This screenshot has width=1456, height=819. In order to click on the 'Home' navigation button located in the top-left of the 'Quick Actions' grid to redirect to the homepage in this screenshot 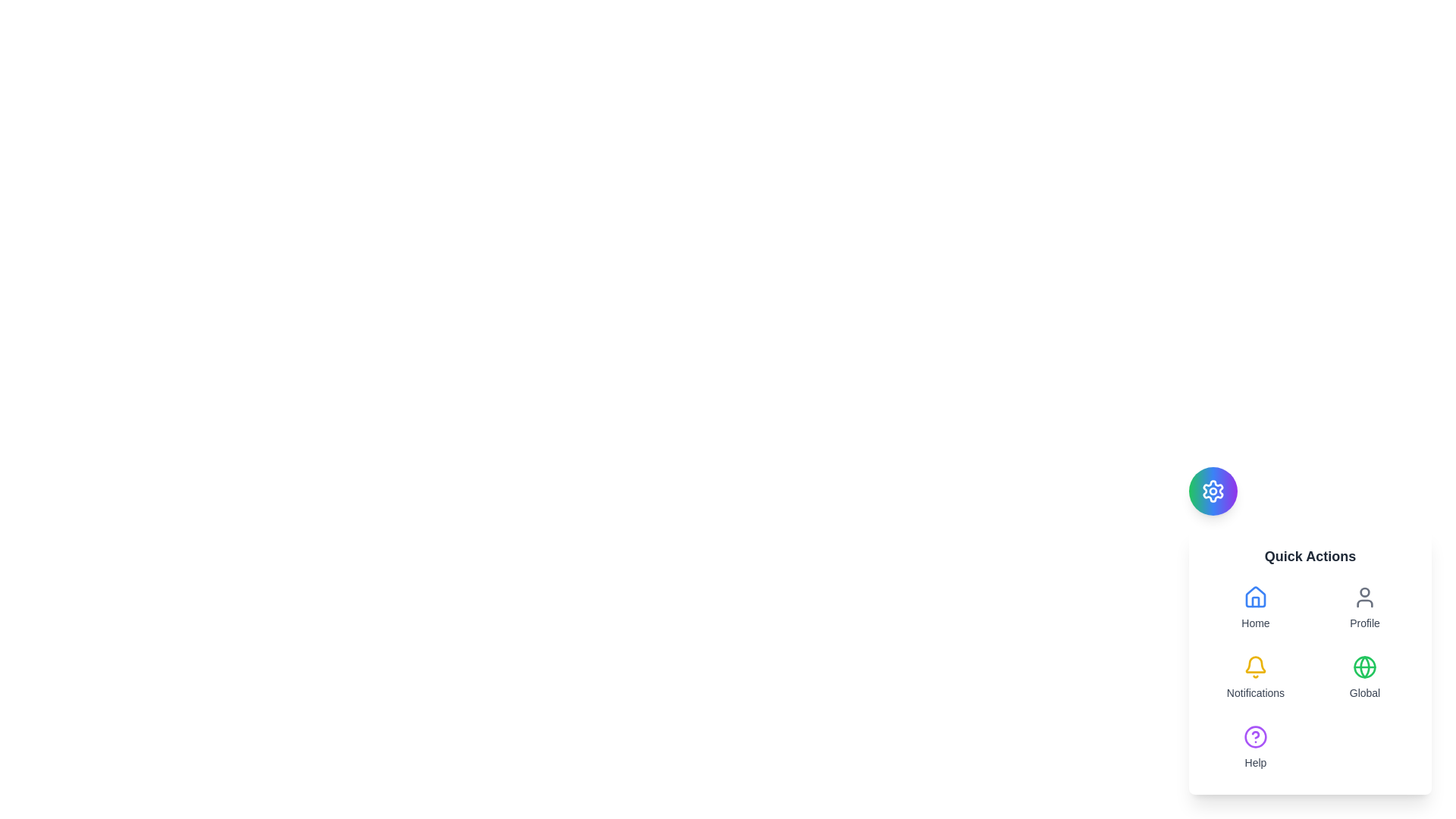, I will do `click(1256, 607)`.